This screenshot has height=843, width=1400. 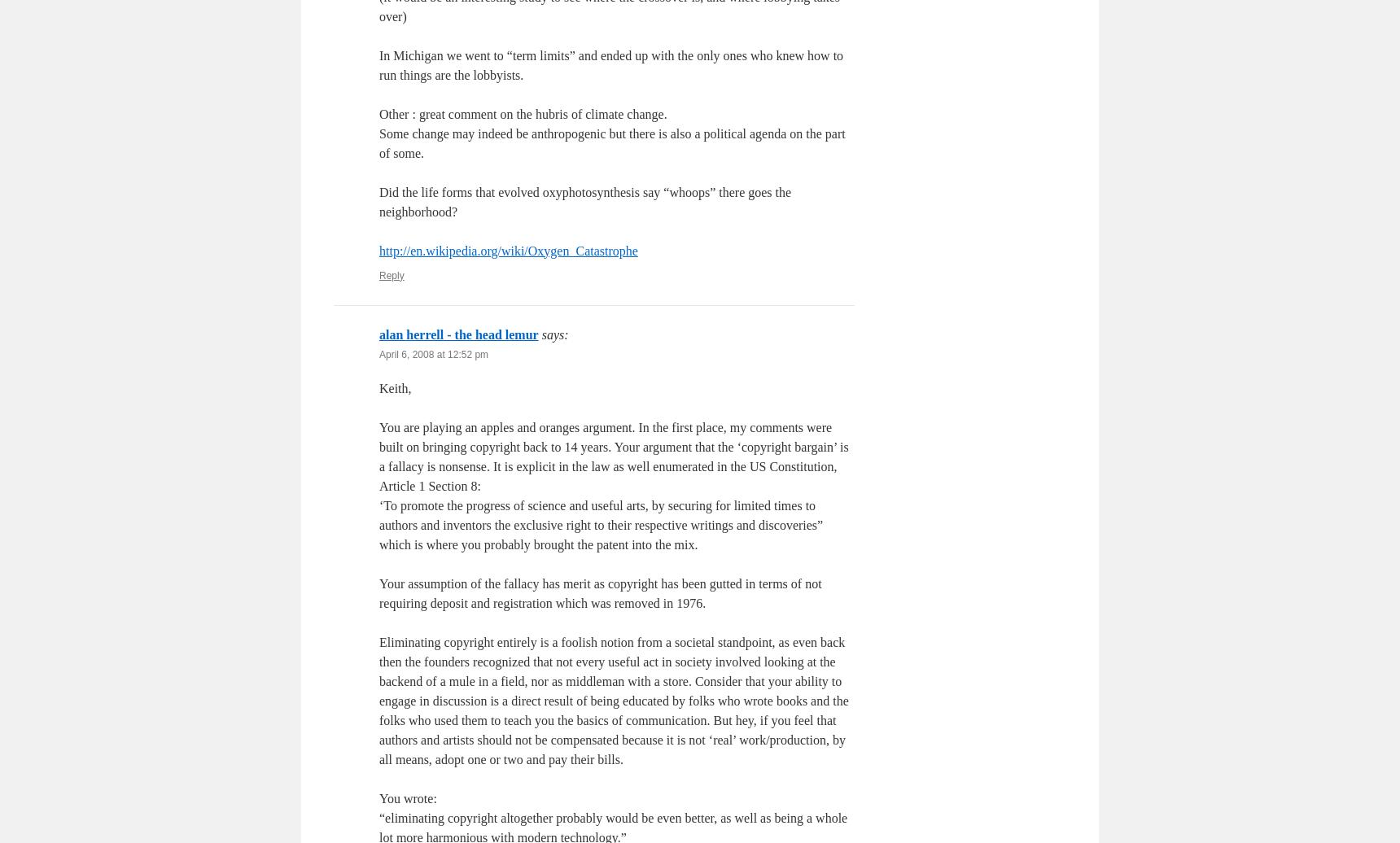 I want to click on 'Did the life forms that evolved oxyphotosynthesis say “whoops” there goes the neighborhood?', so click(x=378, y=201).